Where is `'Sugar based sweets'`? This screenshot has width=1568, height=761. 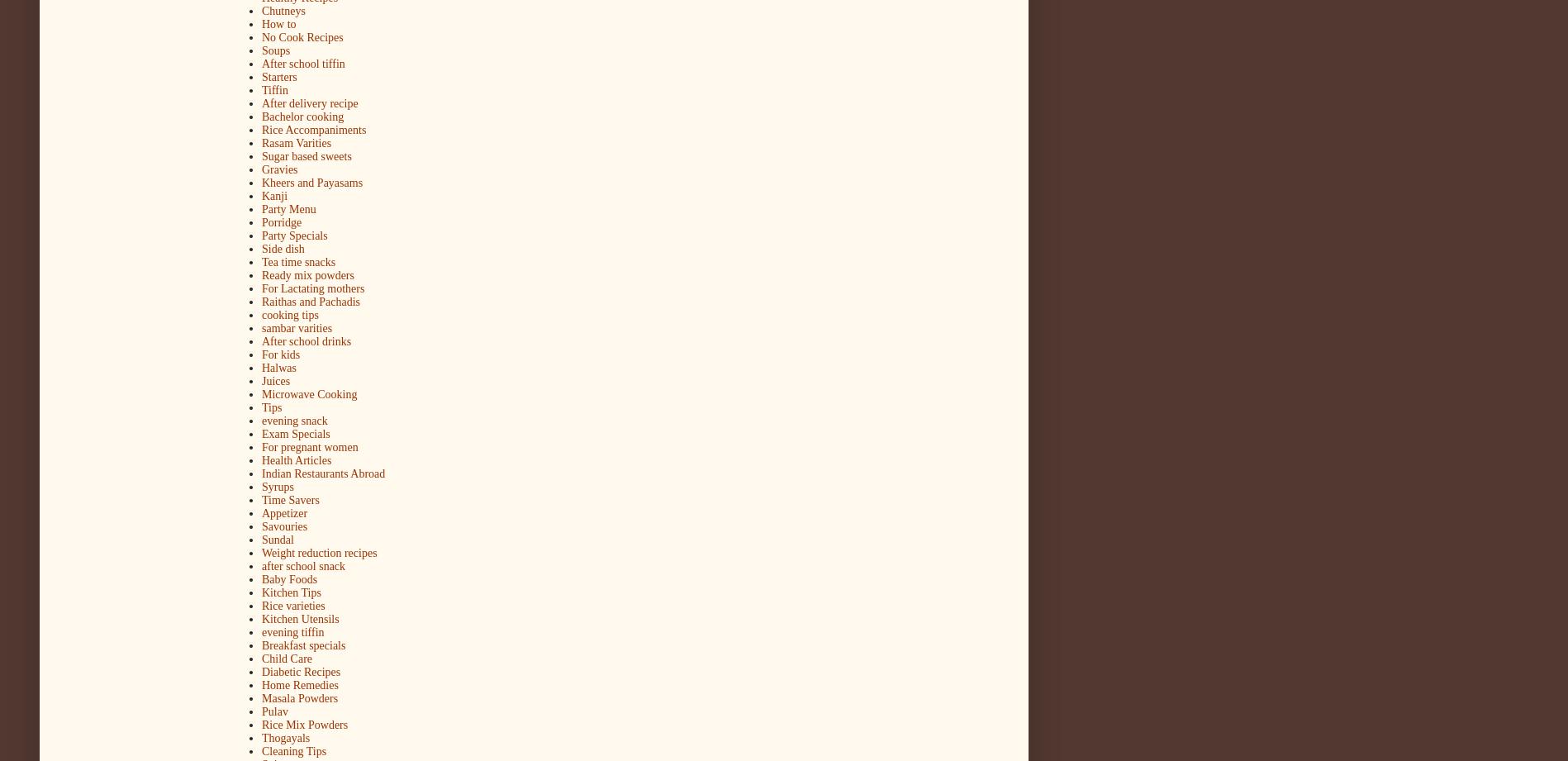
'Sugar based sweets' is located at coordinates (306, 155).